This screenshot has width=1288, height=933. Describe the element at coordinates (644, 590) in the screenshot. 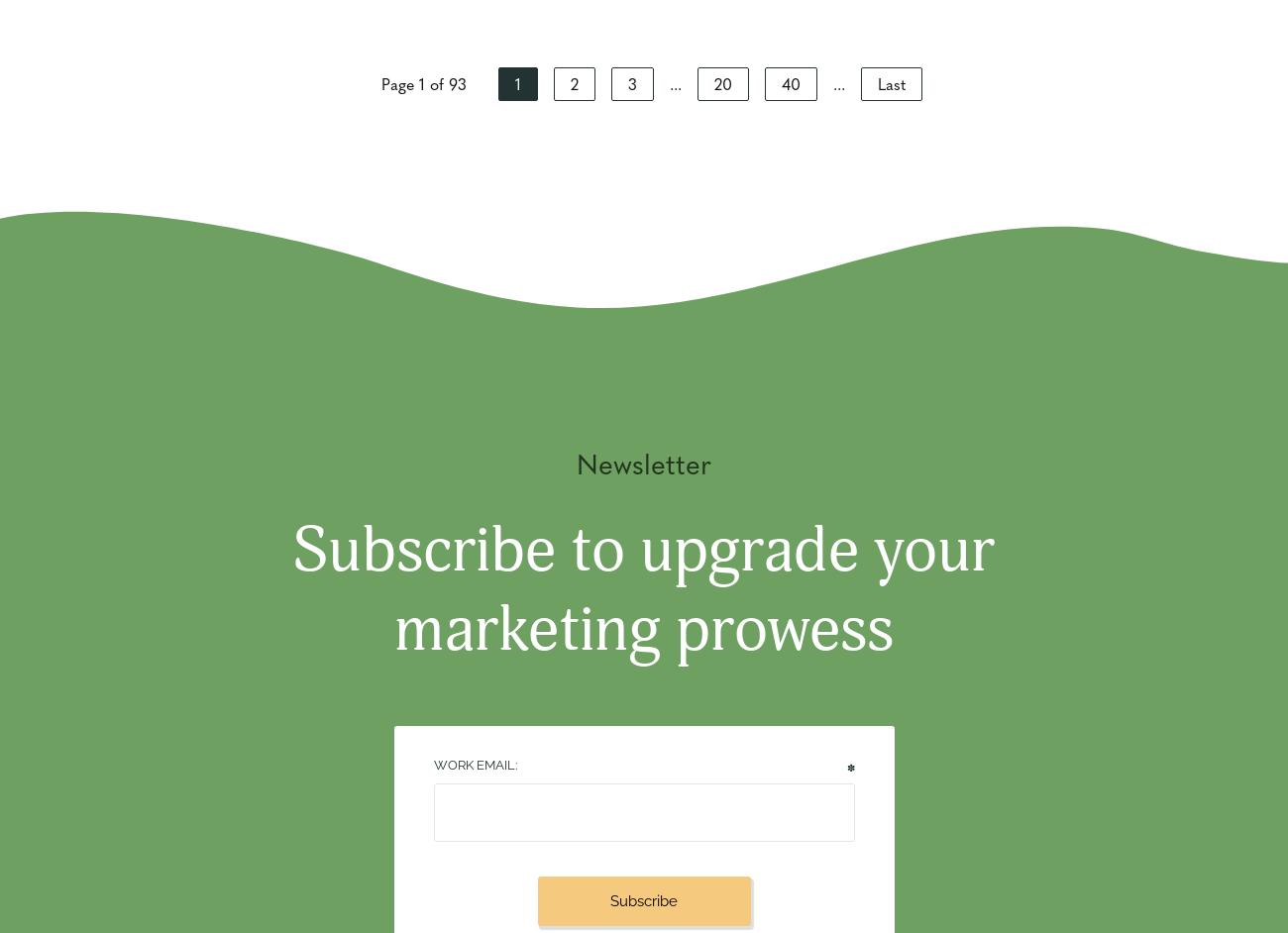

I see `'Subscribe to upgrade your marketing prowess'` at that location.